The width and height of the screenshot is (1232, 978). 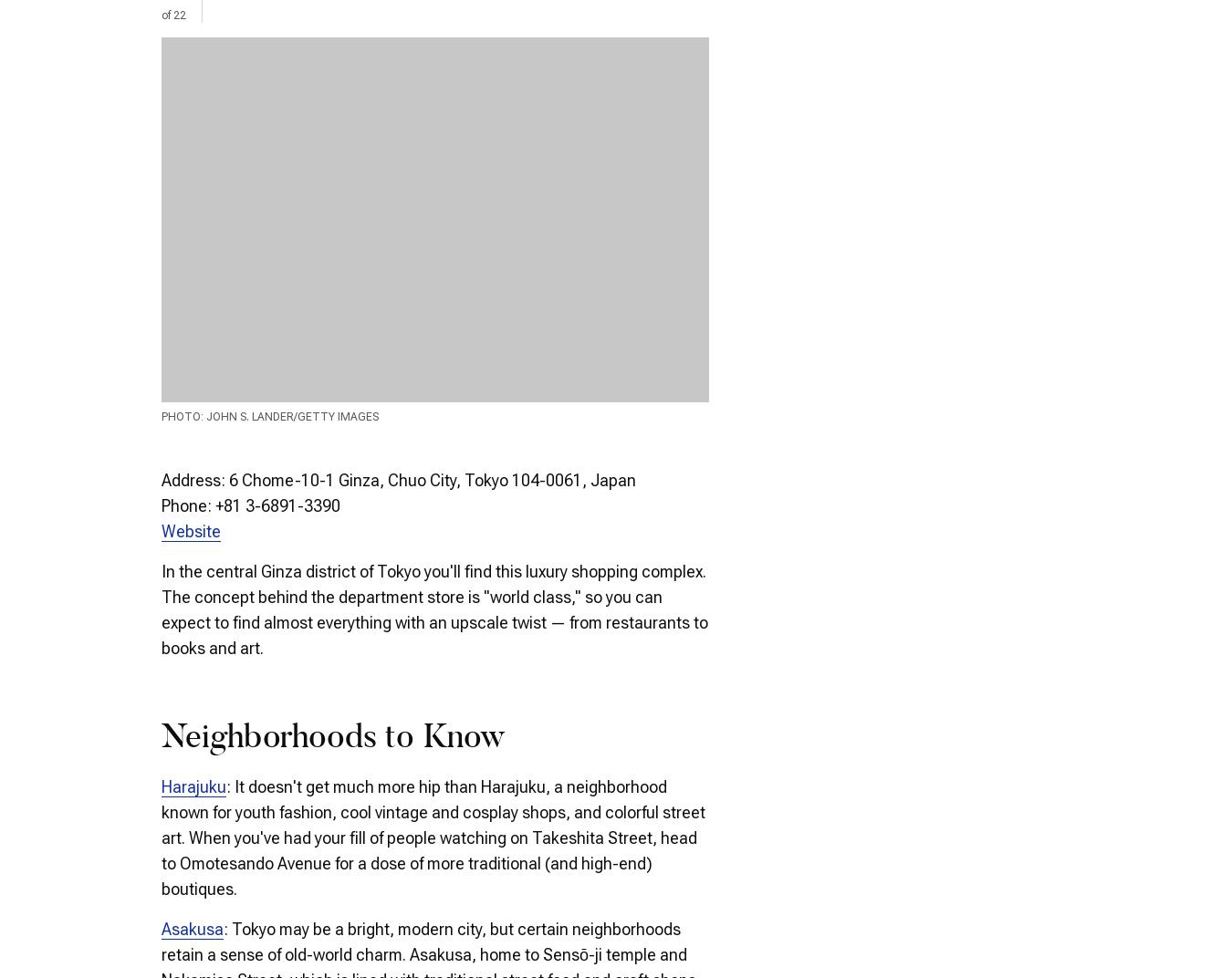 What do you see at coordinates (249, 504) in the screenshot?
I see `'Phone: +81 3-6891-3390'` at bounding box center [249, 504].